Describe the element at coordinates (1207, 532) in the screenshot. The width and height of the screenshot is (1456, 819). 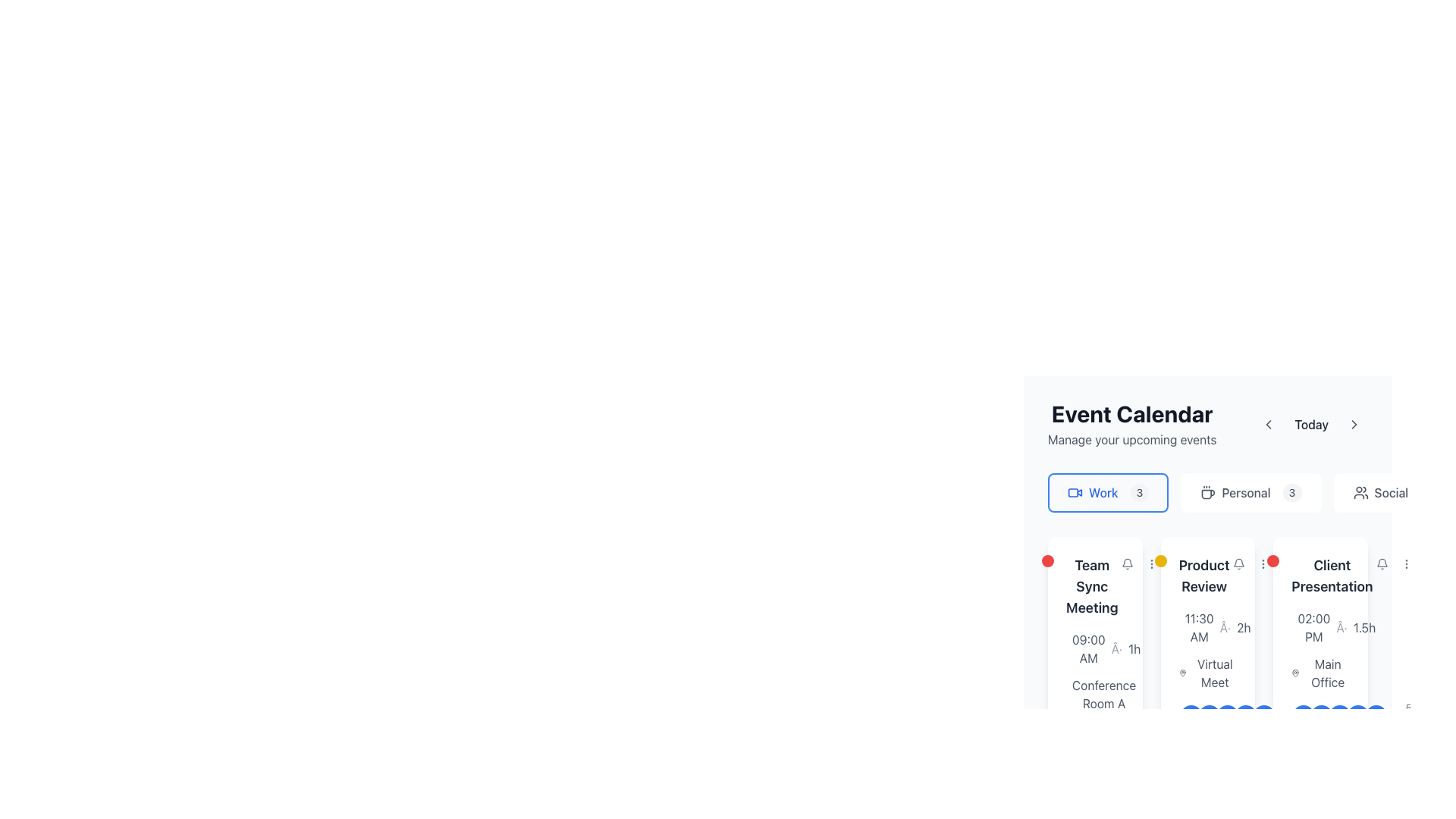
I see `the Event Card labeled 'Product Review', which is positioned in the middle of three event cards in a grid layout` at that location.